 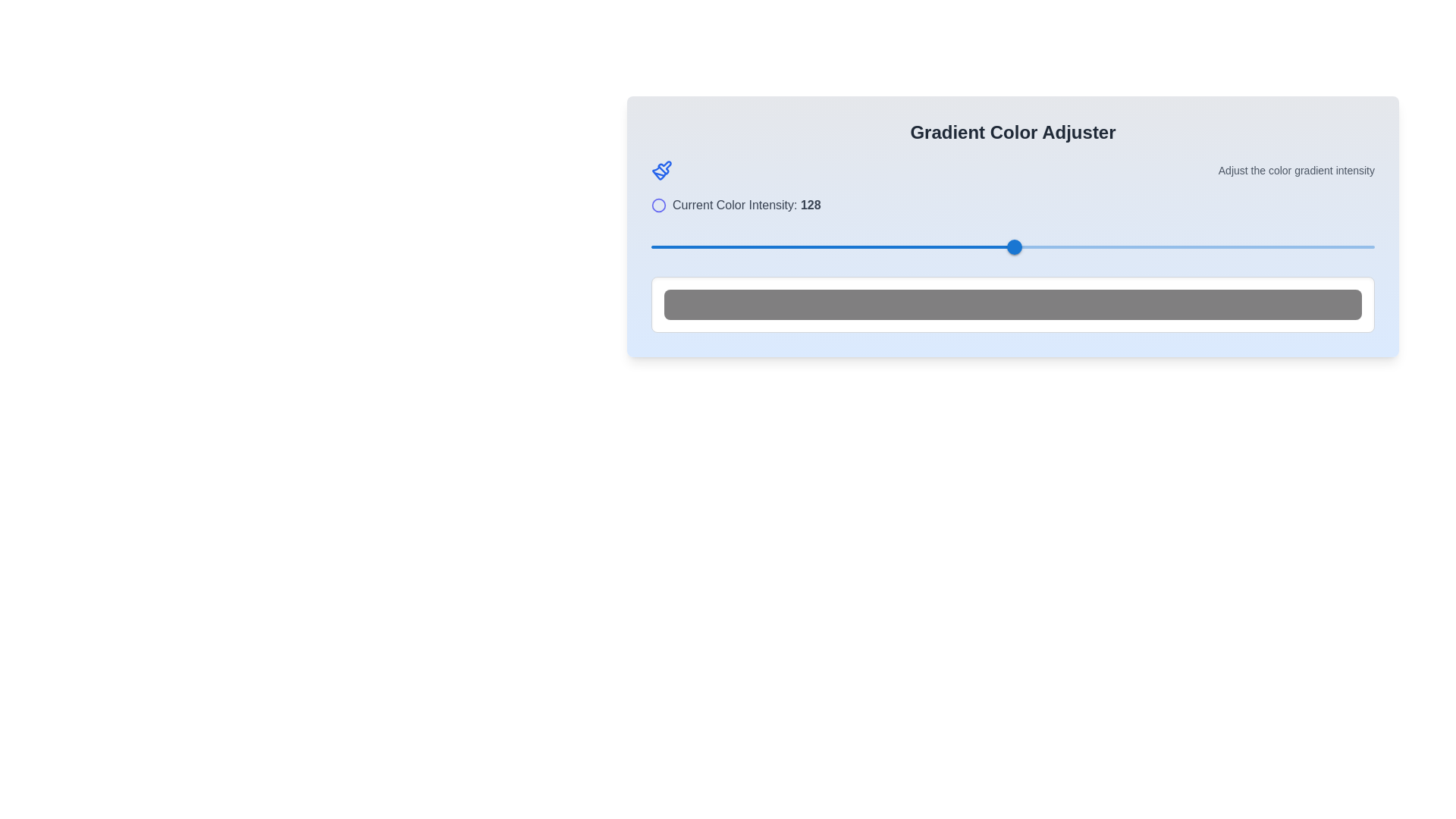 What do you see at coordinates (1012, 131) in the screenshot?
I see `the bold, centered title text styled with a '2xl' font size and semibold weight, which is dark gray on a light background` at bounding box center [1012, 131].